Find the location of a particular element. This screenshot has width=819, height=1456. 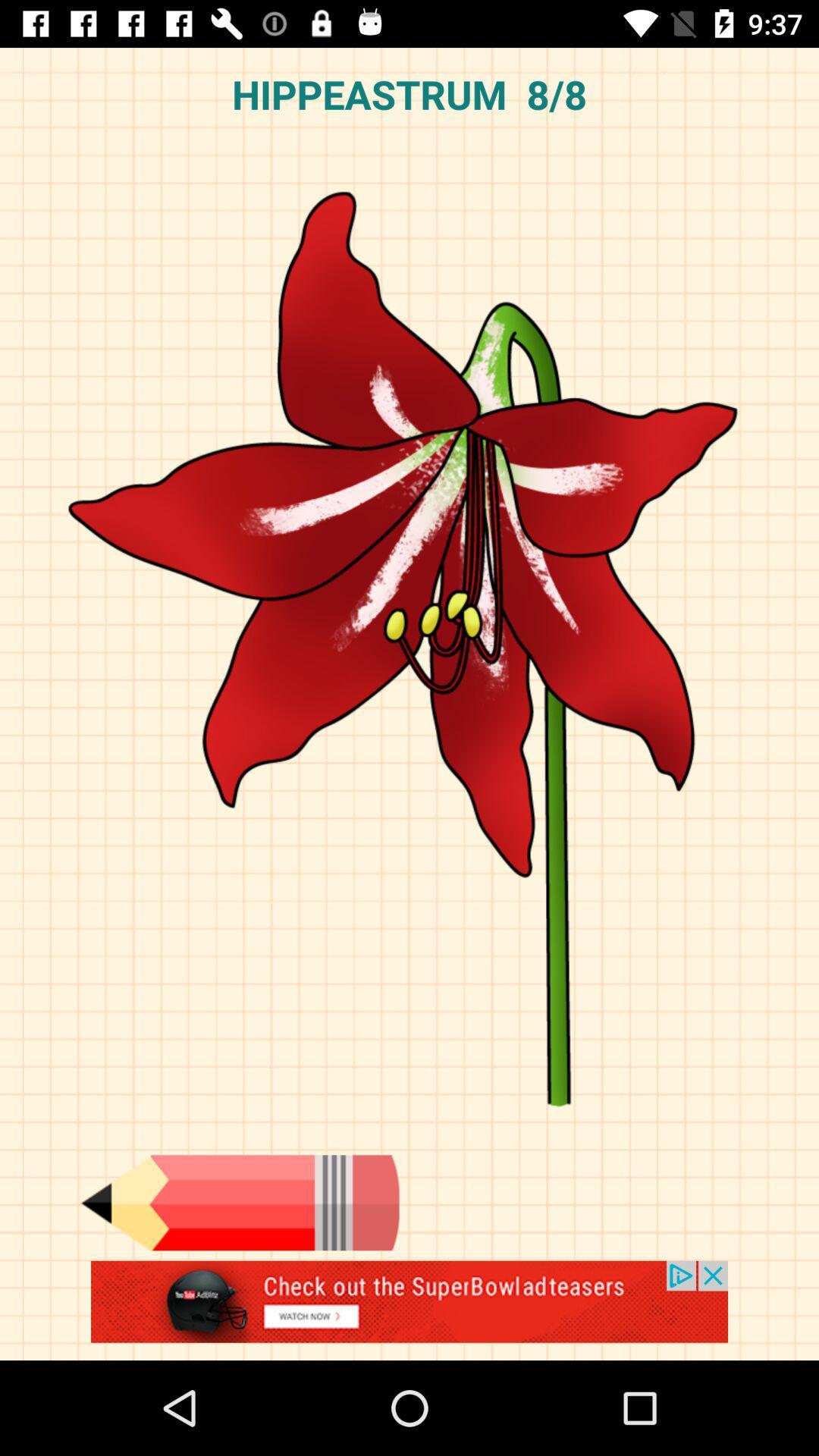

to write is located at coordinates (239, 1202).